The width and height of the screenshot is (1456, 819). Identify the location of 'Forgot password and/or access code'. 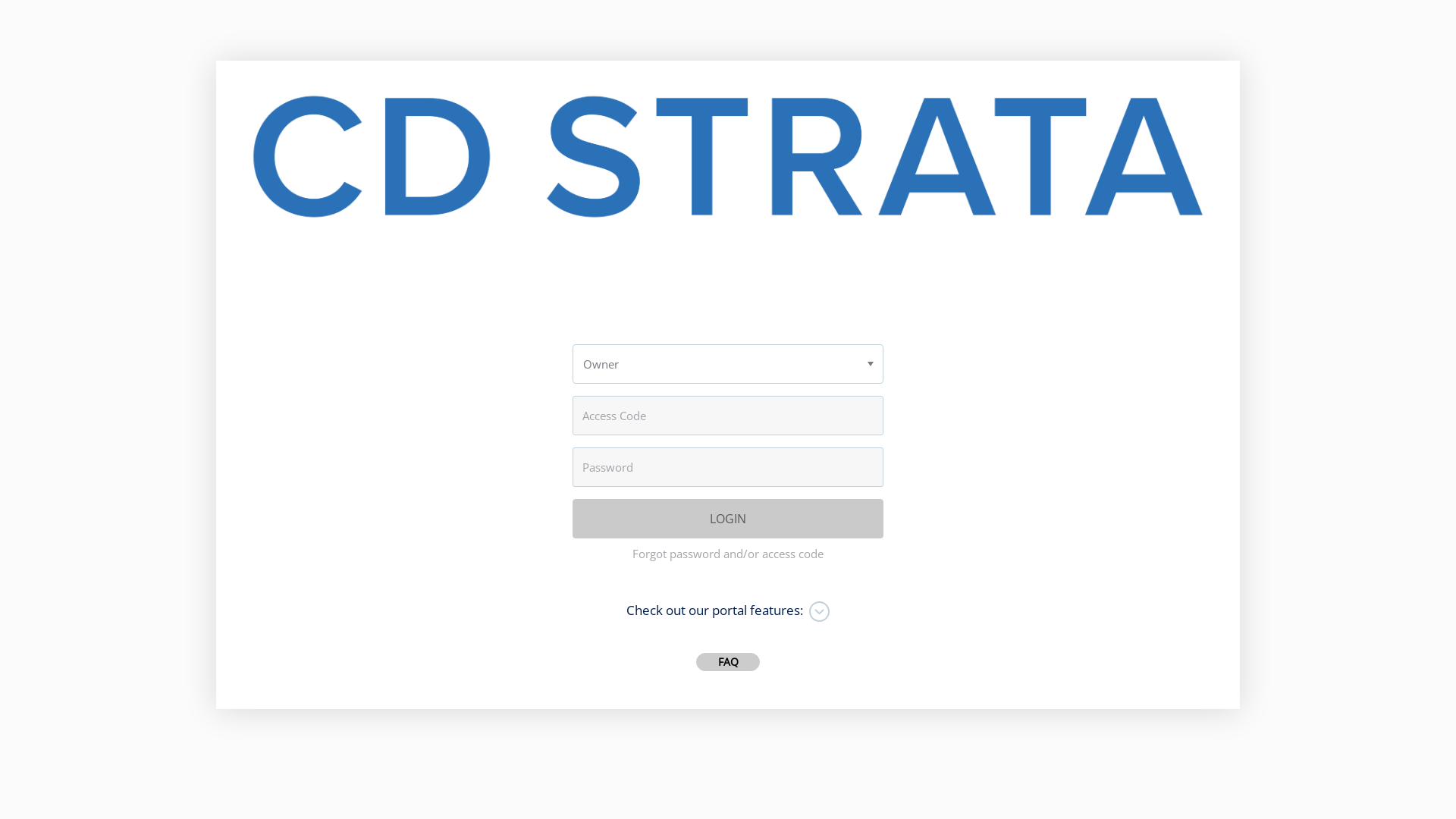
(632, 553).